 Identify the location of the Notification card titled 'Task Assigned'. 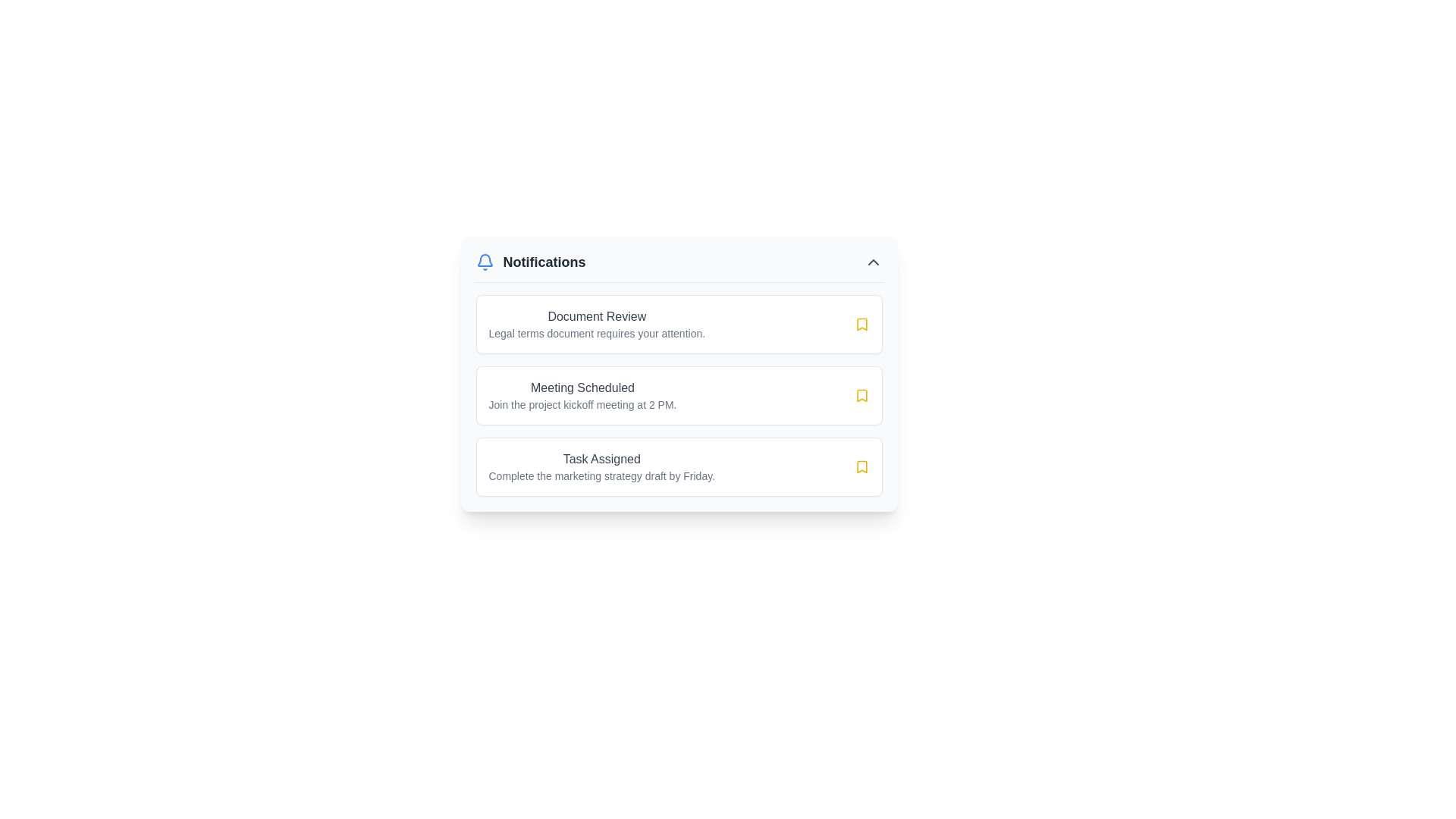
(678, 466).